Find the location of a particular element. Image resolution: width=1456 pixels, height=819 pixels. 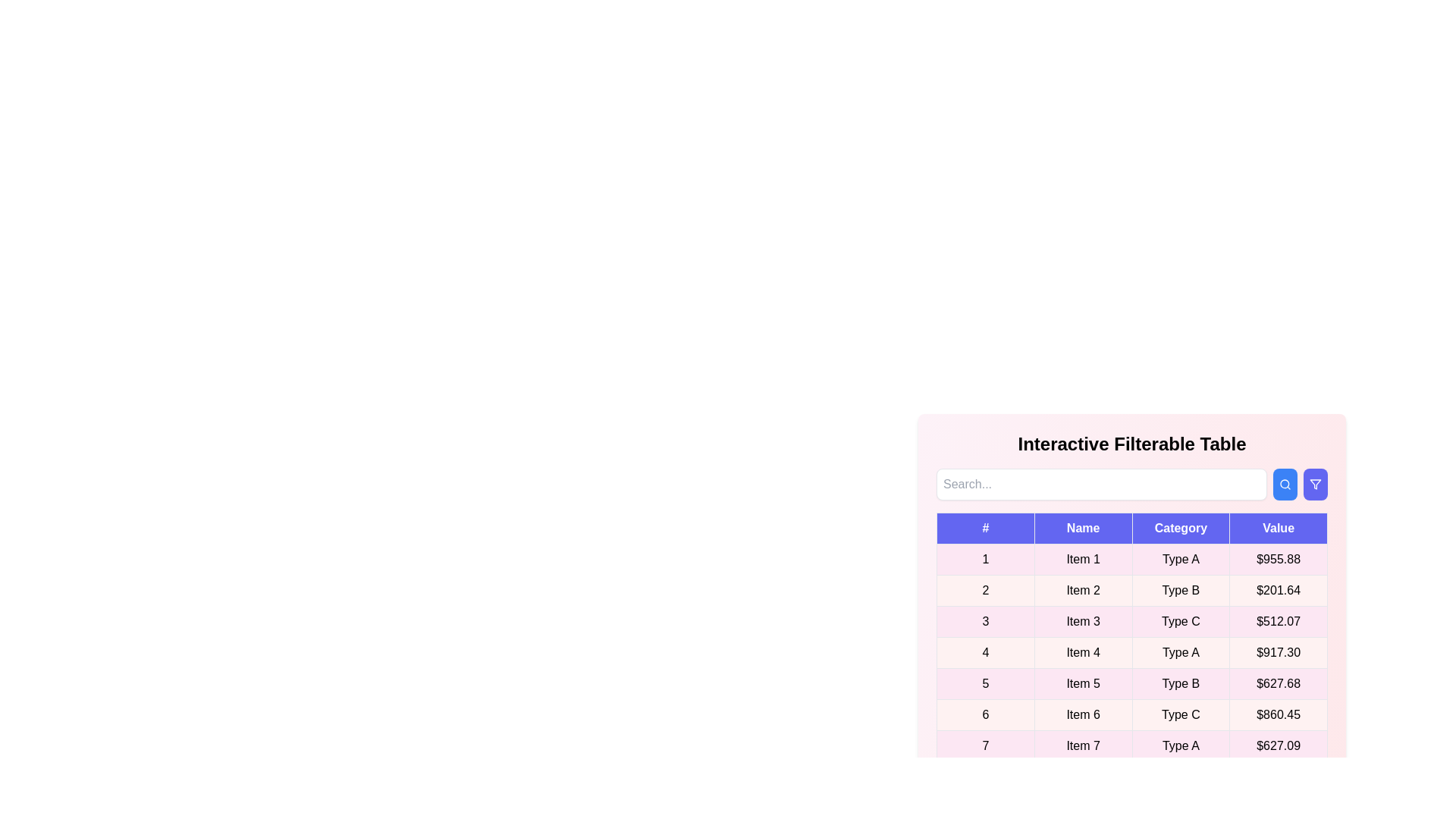

the header of the column to sort it by Value is located at coordinates (1277, 528).